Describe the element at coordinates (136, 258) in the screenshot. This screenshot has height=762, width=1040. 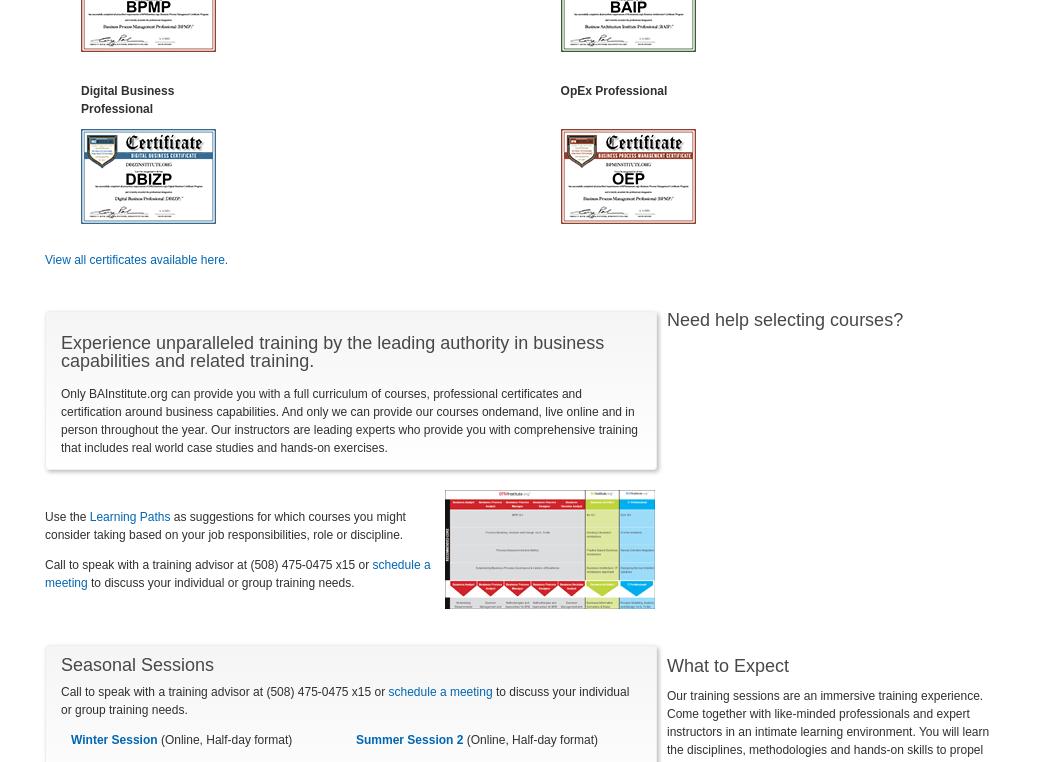
I see `'View all certificates available here.'` at that location.